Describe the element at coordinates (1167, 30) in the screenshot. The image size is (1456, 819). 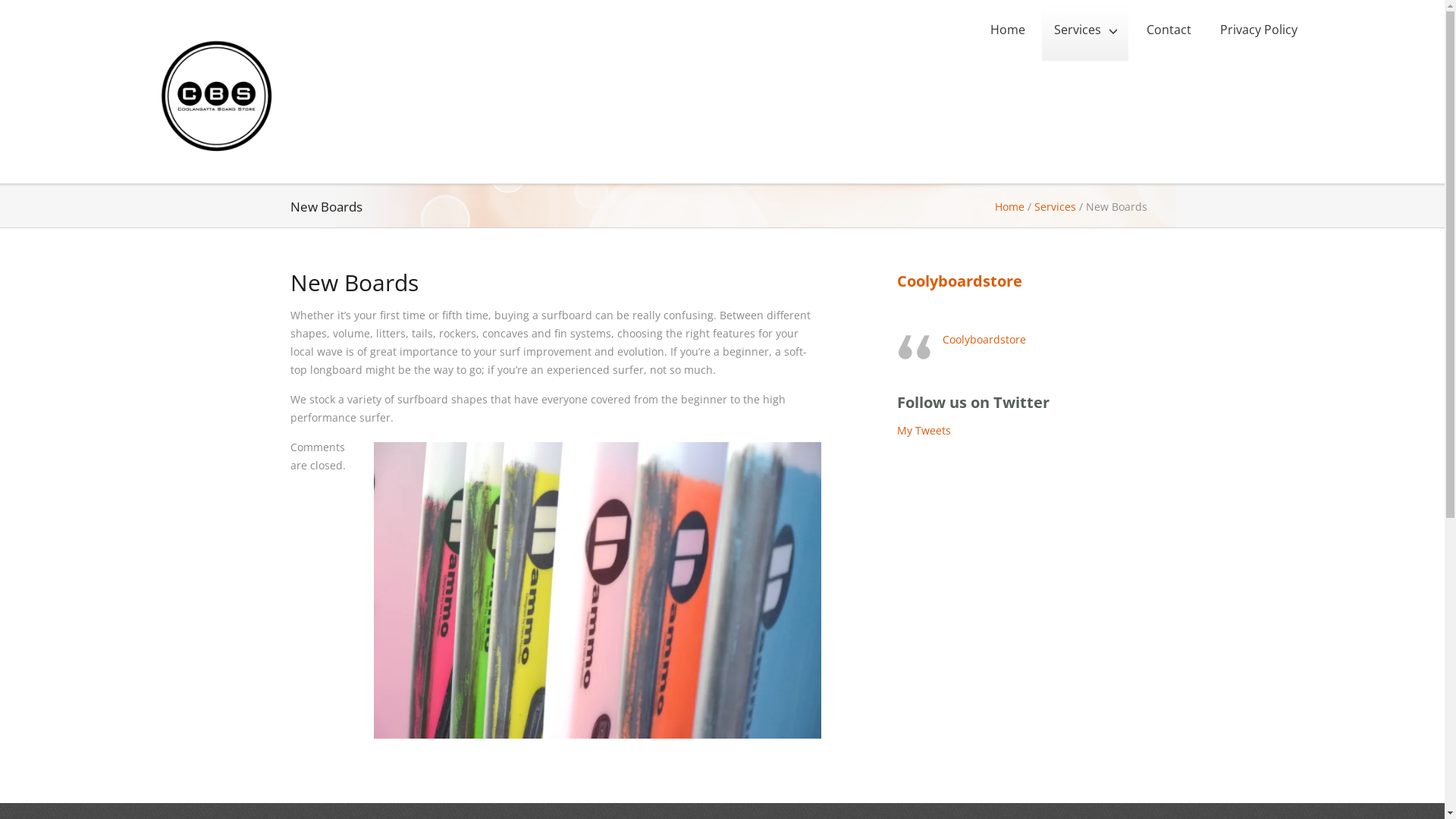
I see `'Contact'` at that location.